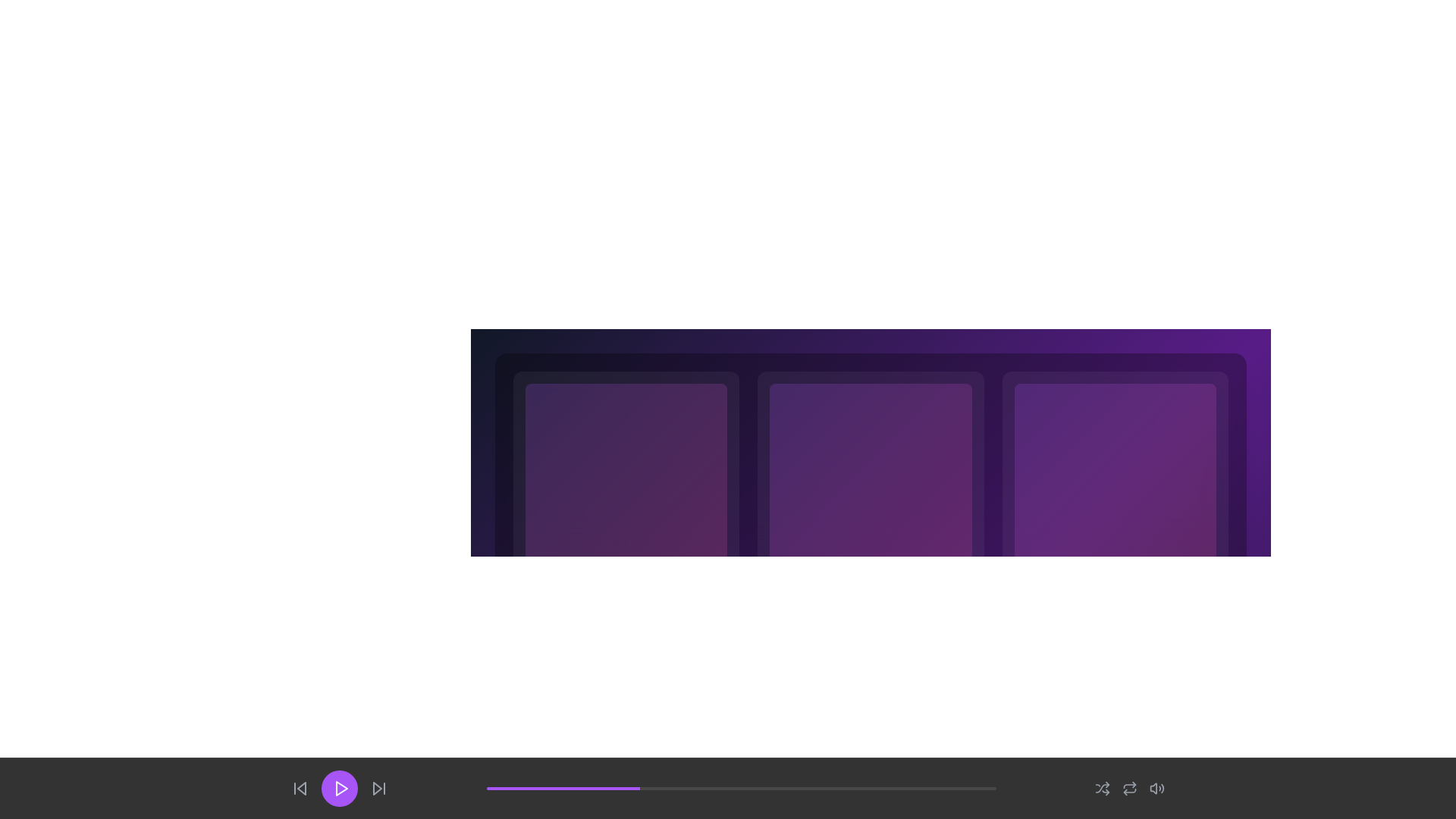  I want to click on the Replay button located in the middle of the three icons at the bottom-right corner of the navigation bar, so click(1129, 788).